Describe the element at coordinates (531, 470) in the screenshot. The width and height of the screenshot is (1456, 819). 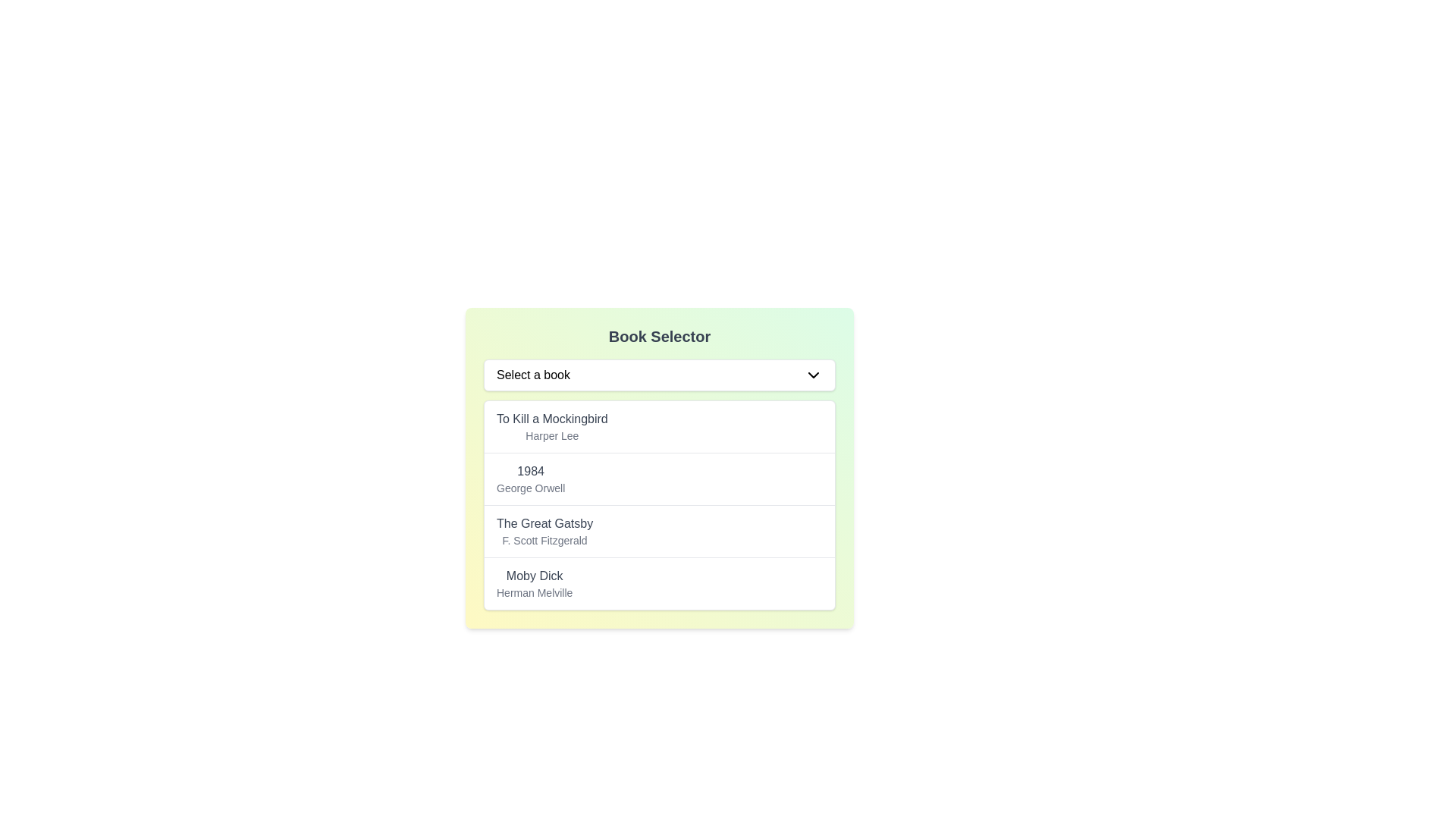
I see `the surrounding list item` at that location.